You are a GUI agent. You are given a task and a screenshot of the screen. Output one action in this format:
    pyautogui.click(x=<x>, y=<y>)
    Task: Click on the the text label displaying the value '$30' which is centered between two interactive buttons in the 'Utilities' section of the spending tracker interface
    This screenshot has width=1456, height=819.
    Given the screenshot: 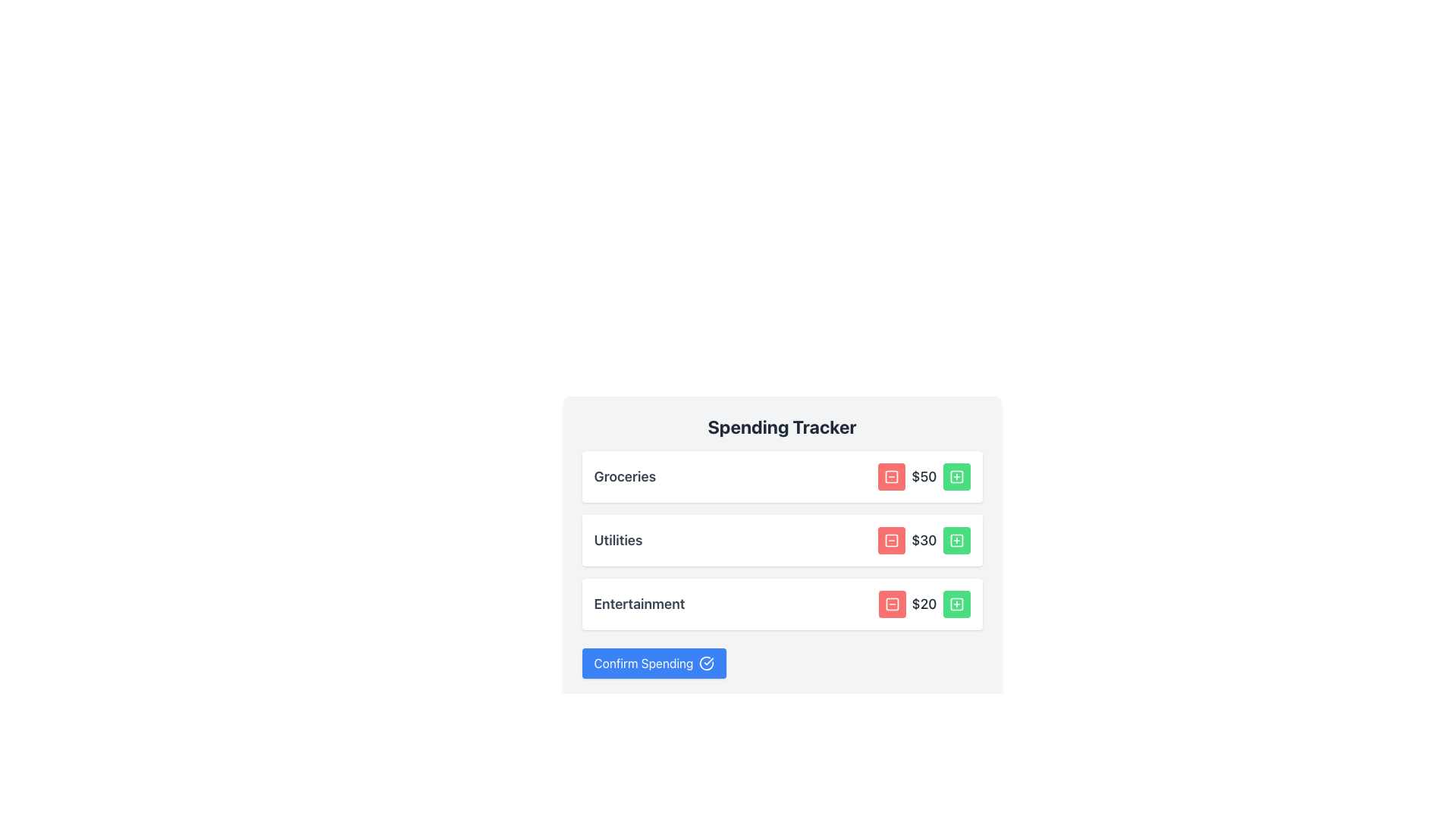 What is the action you would take?
    pyautogui.click(x=923, y=540)
    